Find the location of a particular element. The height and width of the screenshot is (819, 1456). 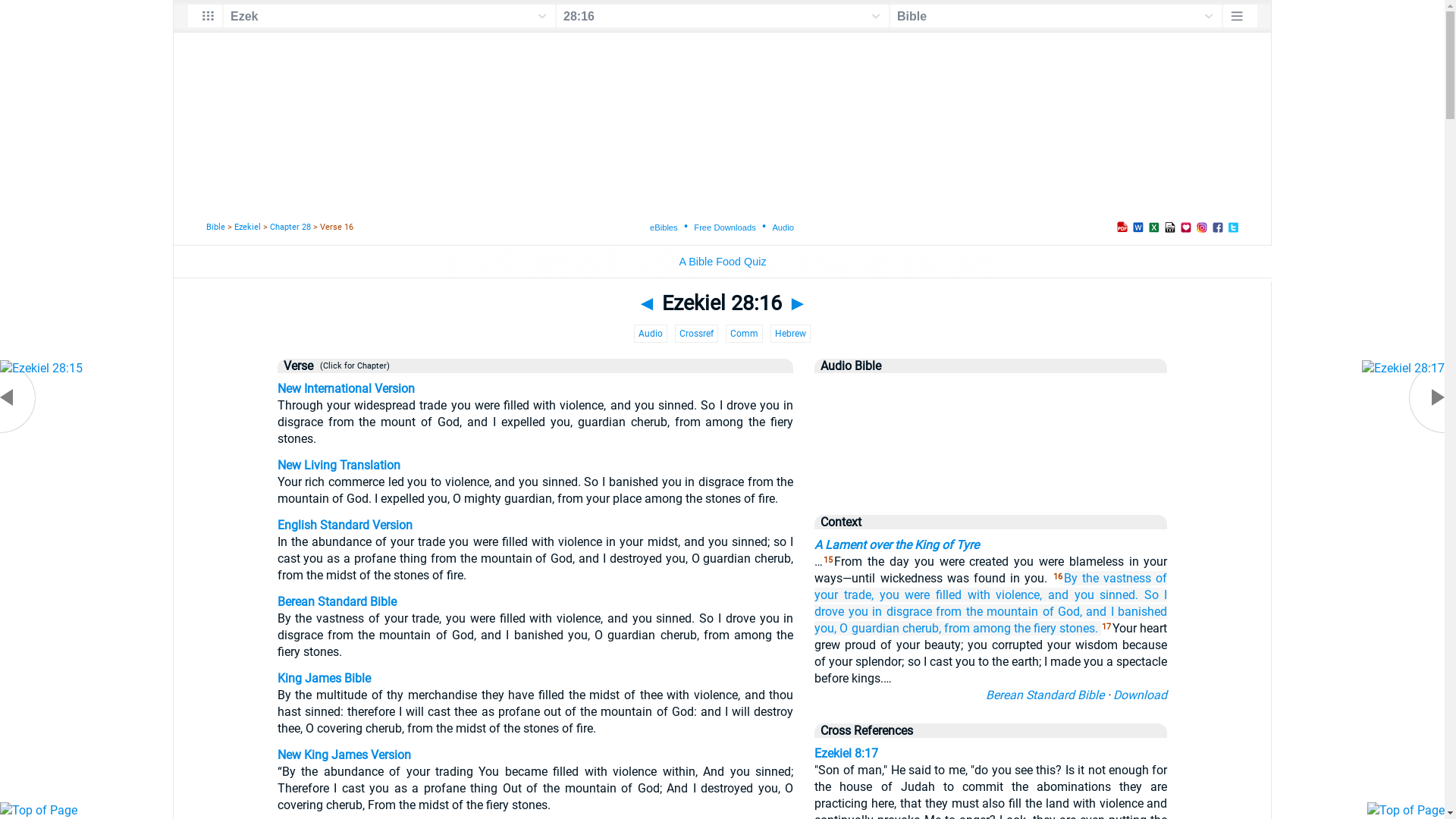

'By the vastness' is located at coordinates (1107, 578).